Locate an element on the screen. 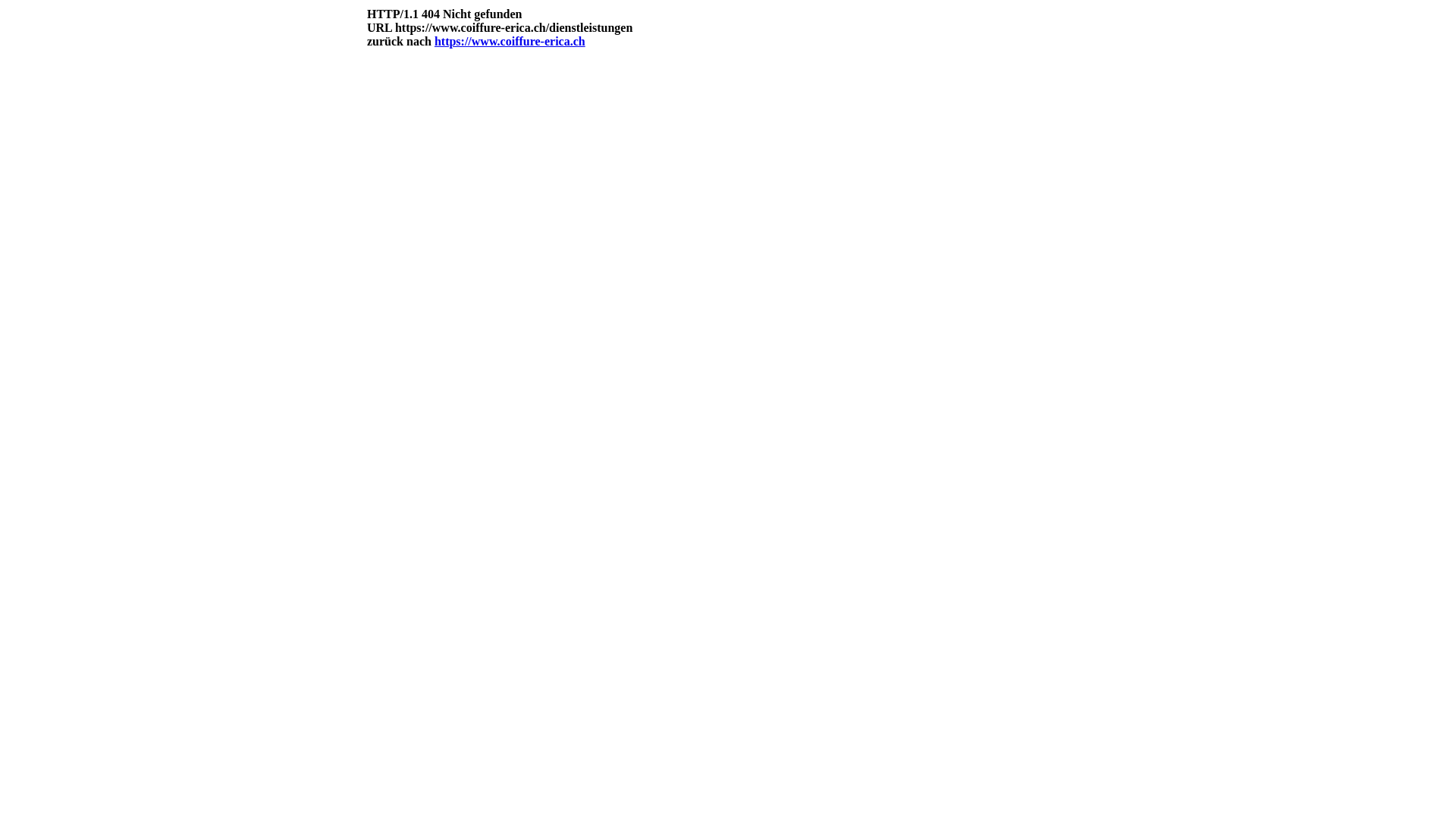 This screenshot has height=819, width=1456. 'https://www.coiffure-erica.ch' is located at coordinates (510, 40).